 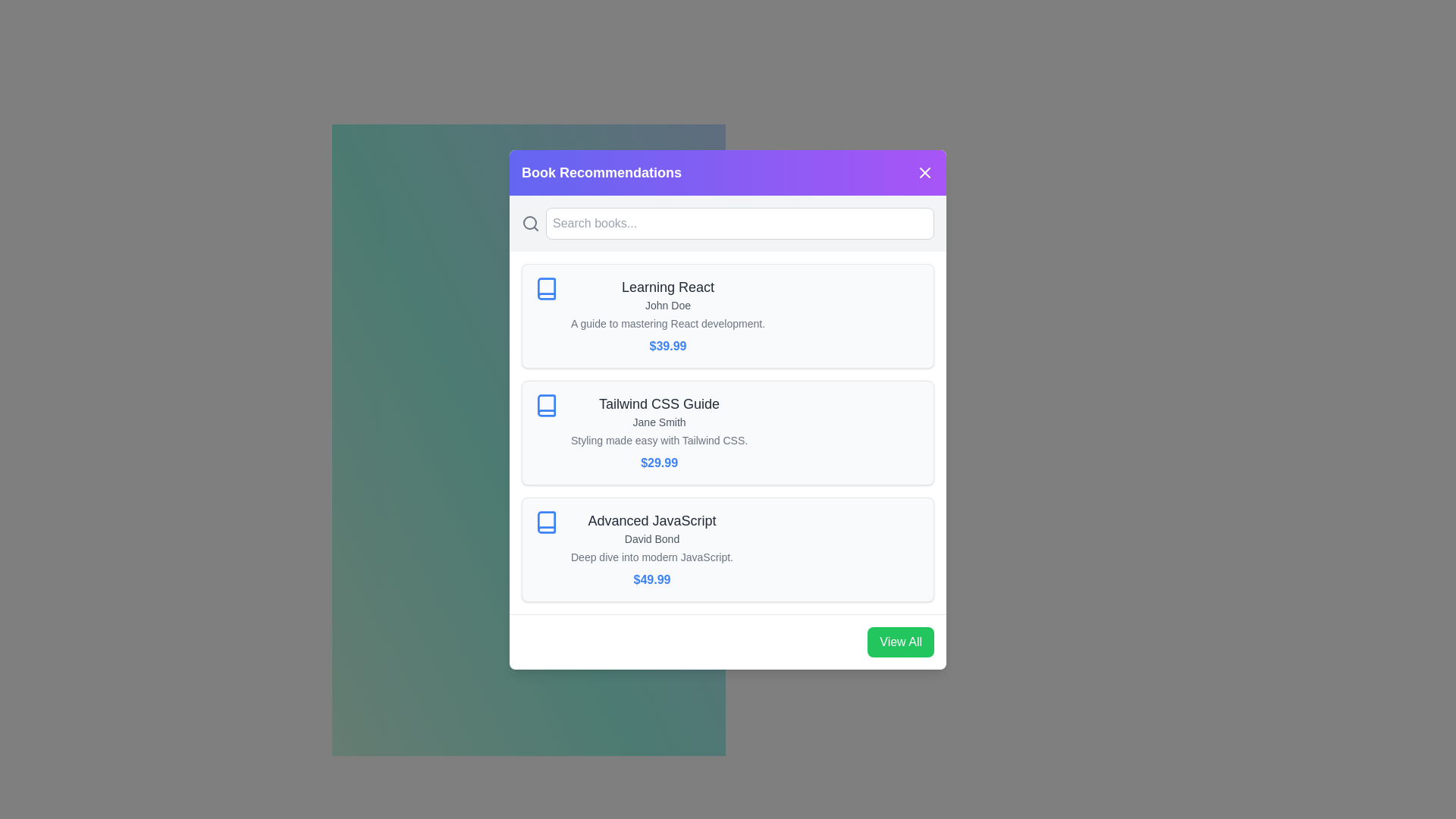 What do you see at coordinates (601, 171) in the screenshot?
I see `the text label reading 'Book Recommendations', which is styled in bold, medium size, and white color, located centrally in the top bar of the modal to the left of the close button` at bounding box center [601, 171].